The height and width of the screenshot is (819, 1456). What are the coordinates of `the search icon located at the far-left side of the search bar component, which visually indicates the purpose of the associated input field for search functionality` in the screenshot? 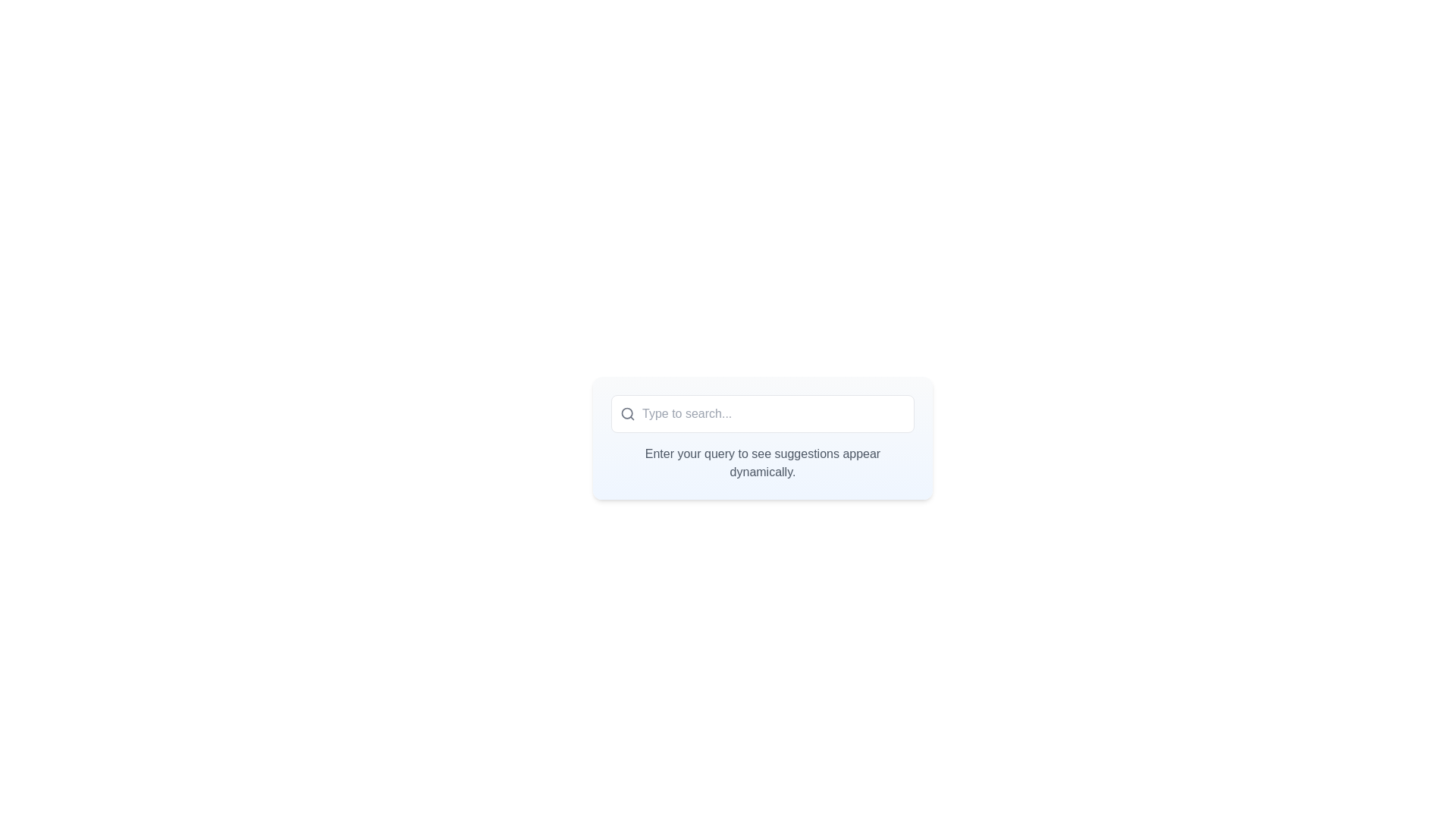 It's located at (623, 414).